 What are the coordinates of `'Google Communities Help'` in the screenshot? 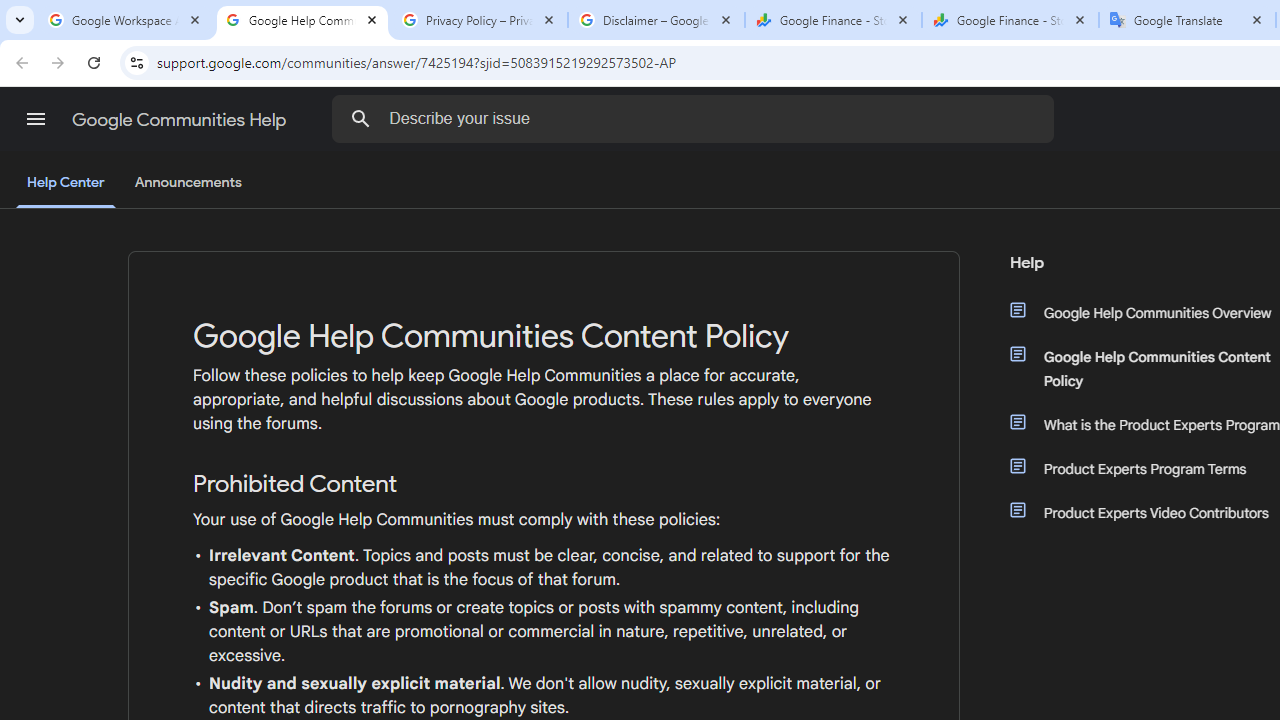 It's located at (181, 119).